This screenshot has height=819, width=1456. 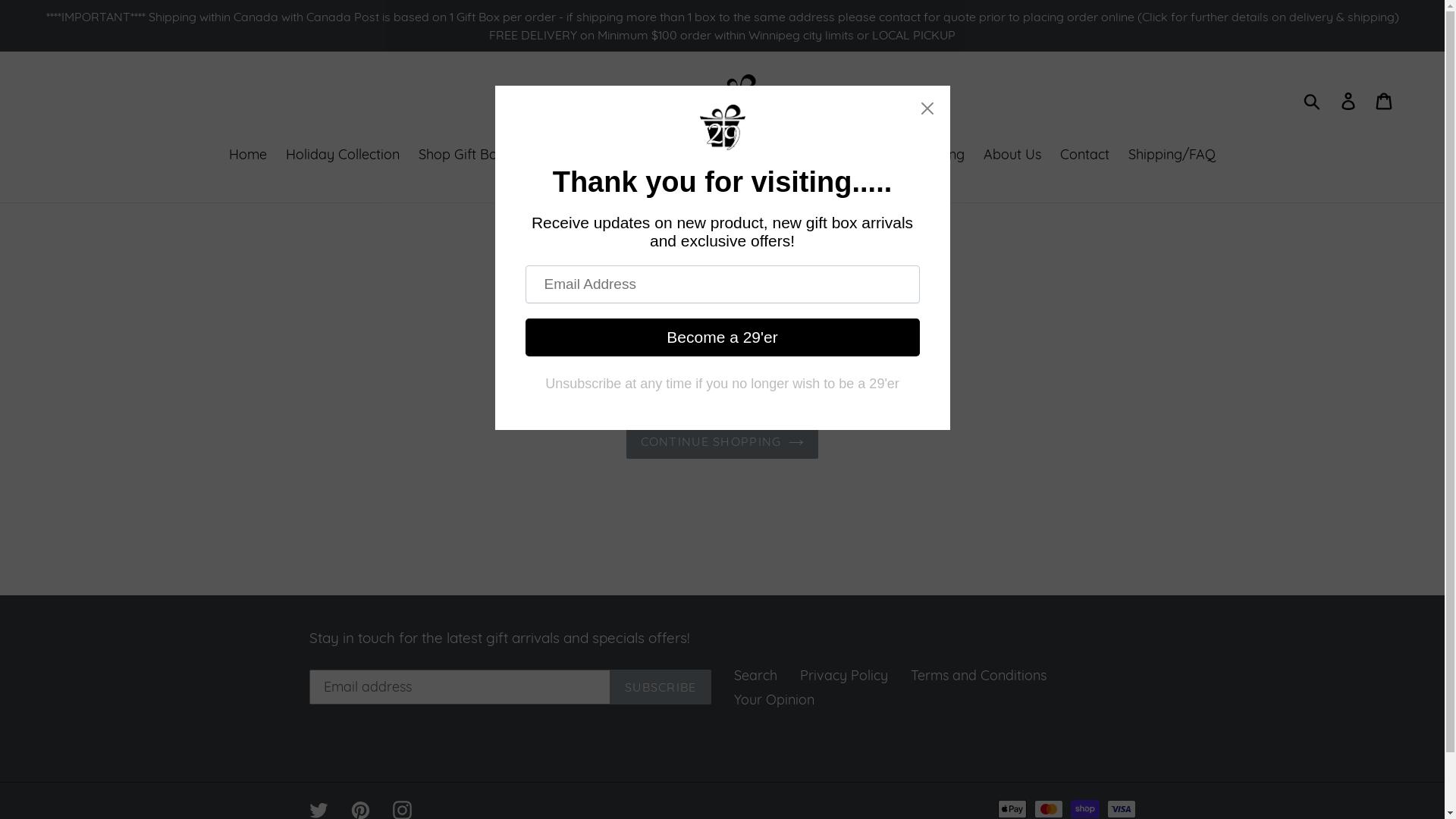 I want to click on 'Privacy Policy', so click(x=843, y=674).